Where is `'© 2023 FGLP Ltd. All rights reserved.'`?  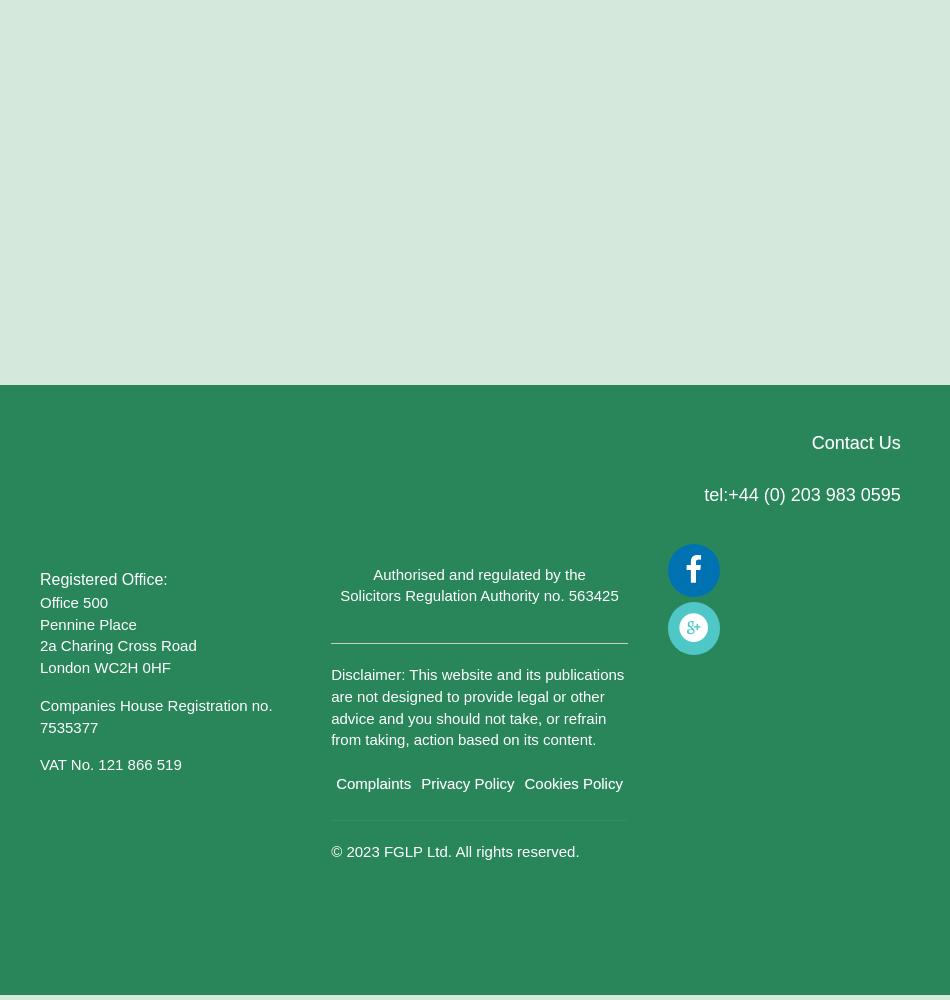
'© 2023 FGLP Ltd. All rights reserved.' is located at coordinates (453, 850).